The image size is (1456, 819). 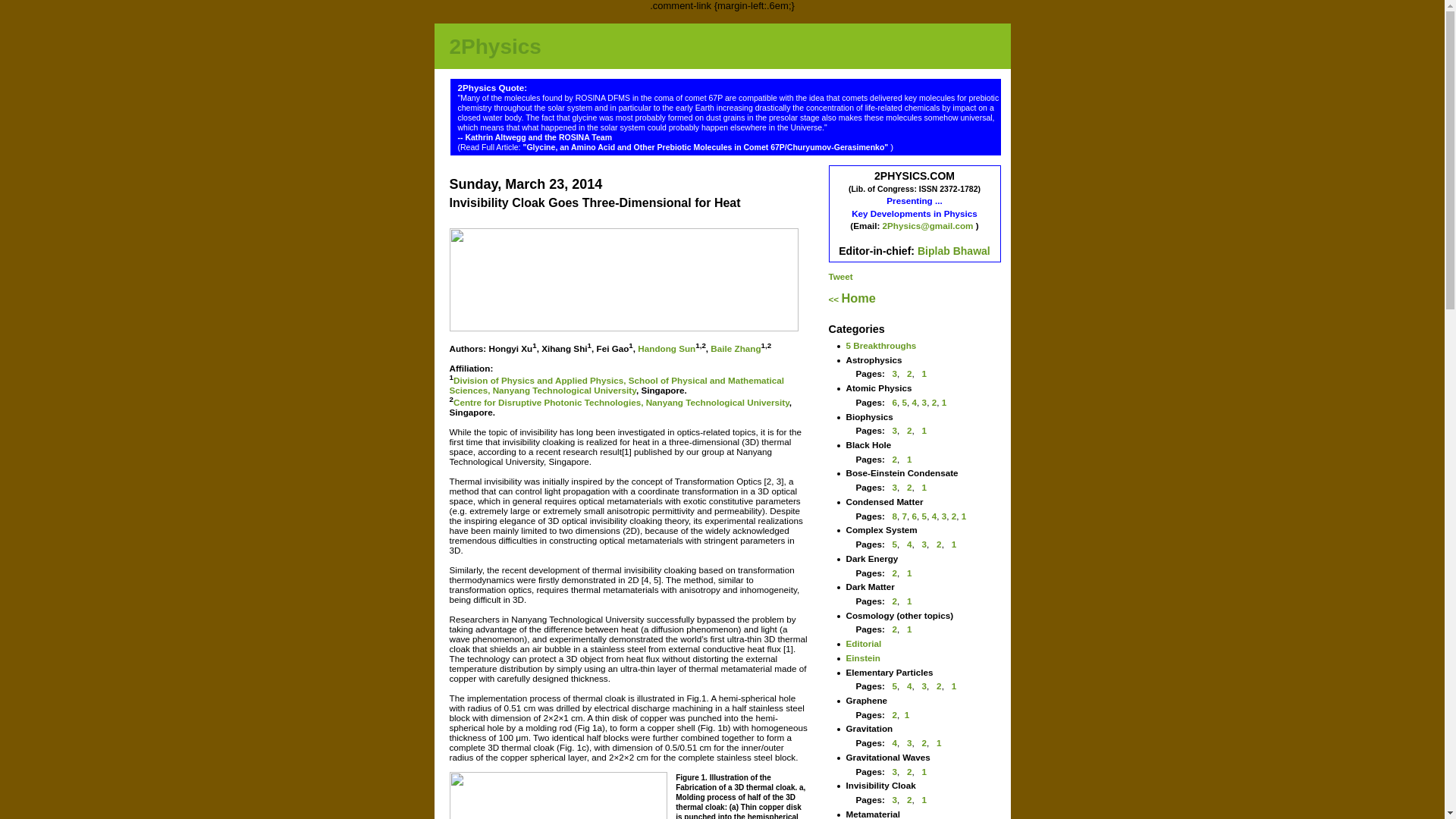 I want to click on '1', so click(x=938, y=742).